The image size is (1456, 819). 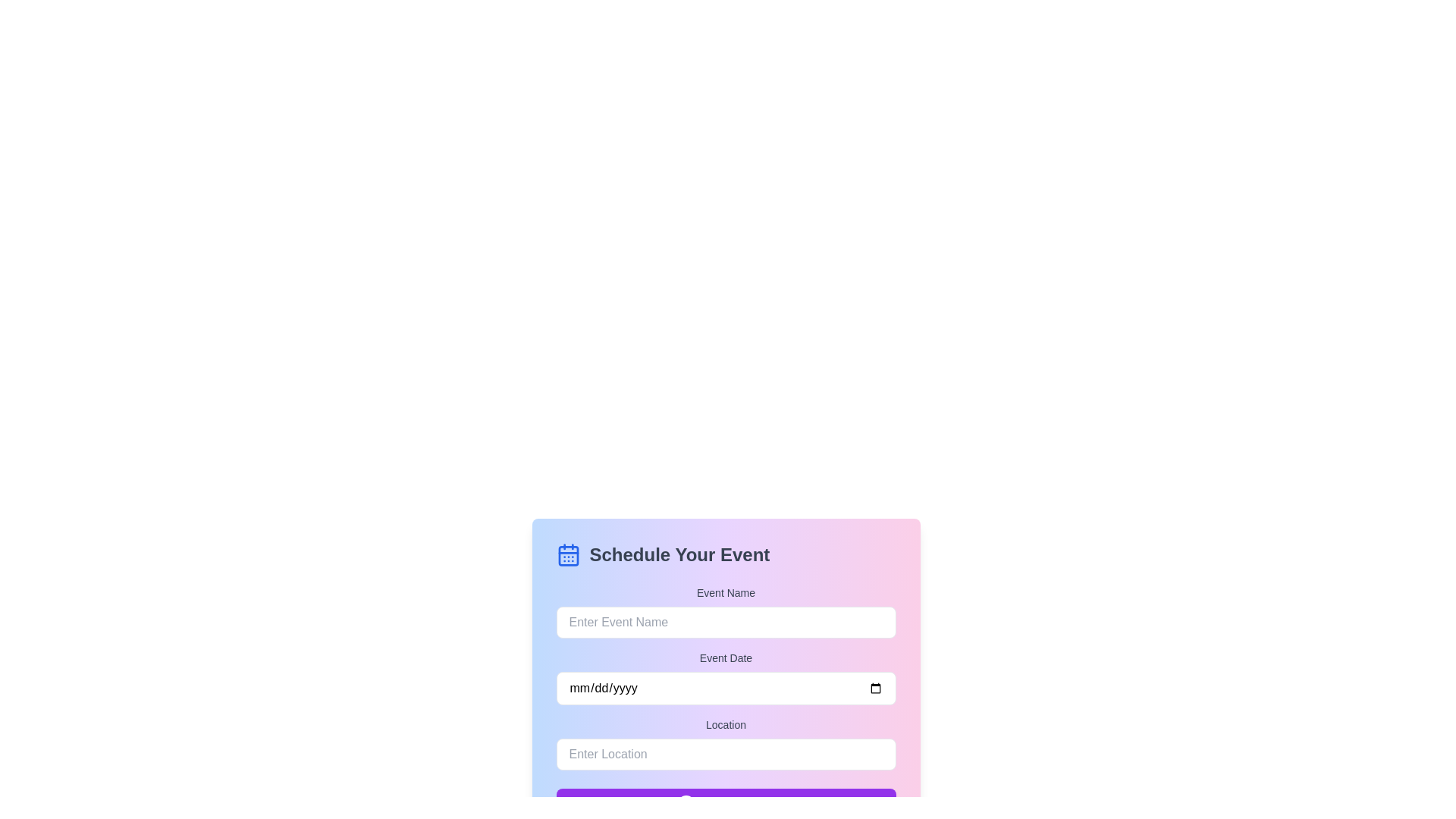 What do you see at coordinates (725, 657) in the screenshot?
I see `the text label 'Event Date' which provides a description for the date input field in the form under the heading 'Schedule Your Event'` at bounding box center [725, 657].